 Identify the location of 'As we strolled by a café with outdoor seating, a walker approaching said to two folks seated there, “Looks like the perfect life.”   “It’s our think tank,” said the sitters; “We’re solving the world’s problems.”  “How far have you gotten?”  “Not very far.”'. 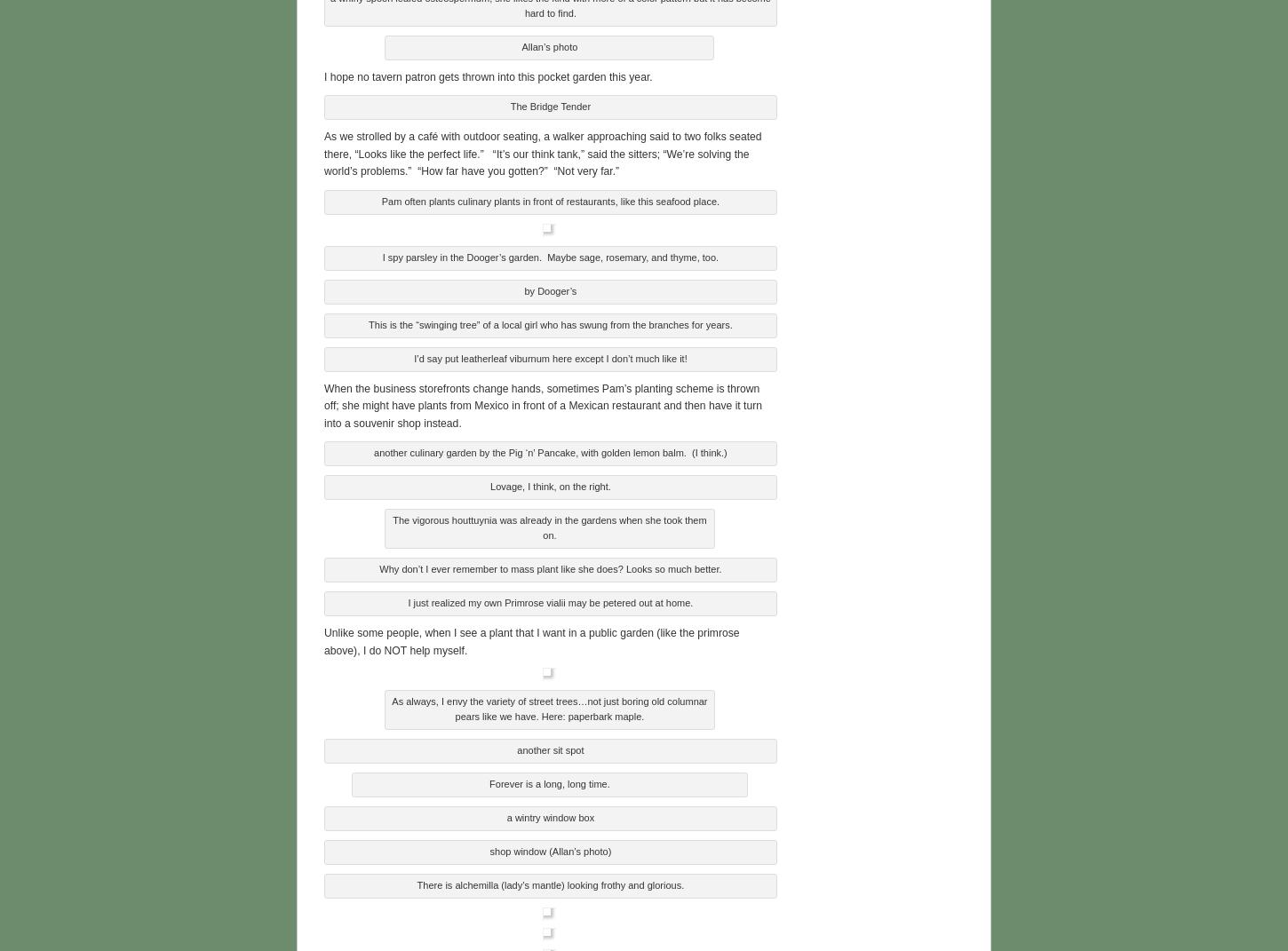
(322, 151).